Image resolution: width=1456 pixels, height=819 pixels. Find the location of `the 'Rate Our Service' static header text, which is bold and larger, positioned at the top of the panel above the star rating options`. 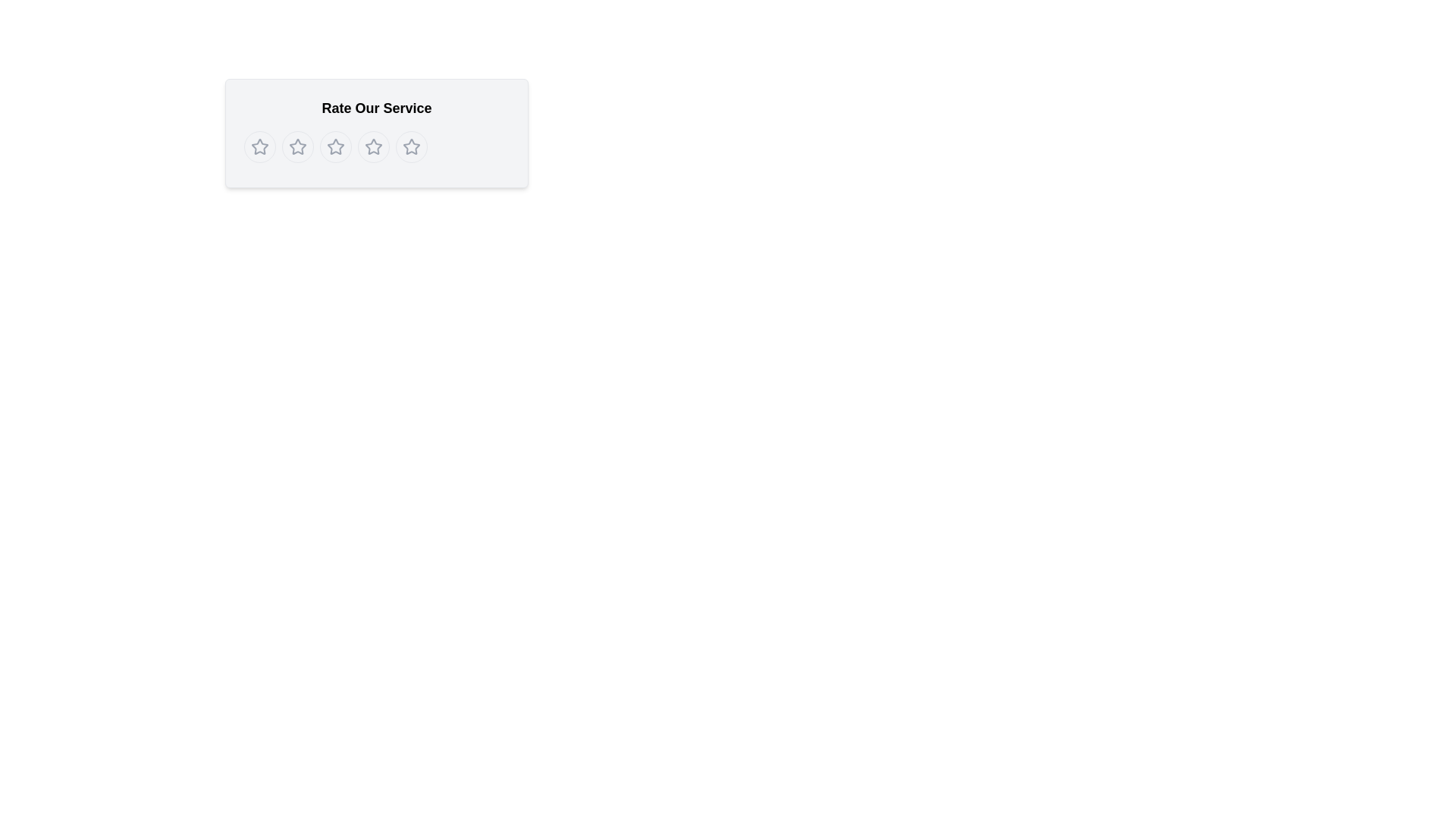

the 'Rate Our Service' static header text, which is bold and larger, positioned at the top of the panel above the star rating options is located at coordinates (377, 107).